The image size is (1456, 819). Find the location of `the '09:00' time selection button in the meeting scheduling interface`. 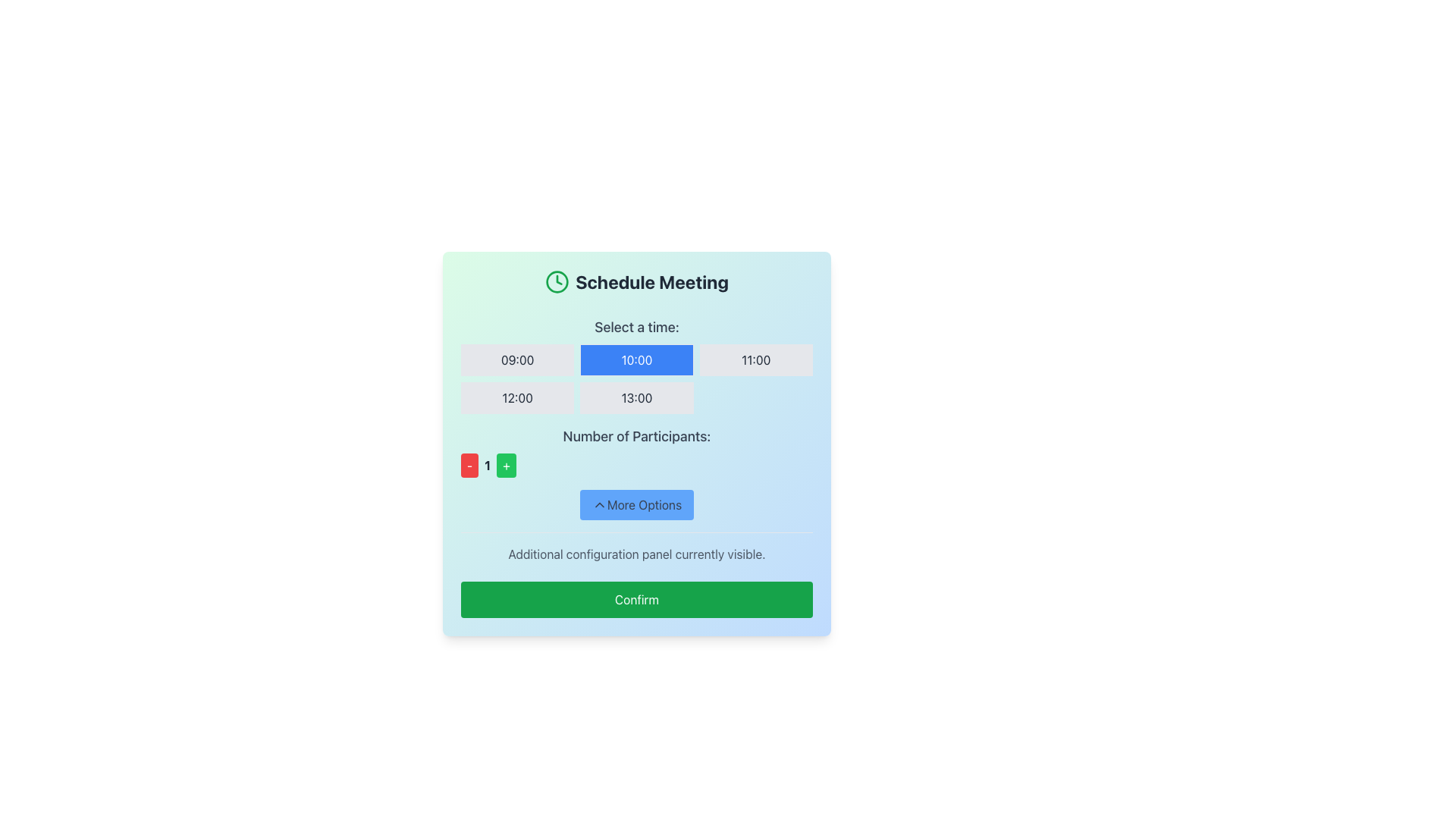

the '09:00' time selection button in the meeting scheduling interface is located at coordinates (517, 359).